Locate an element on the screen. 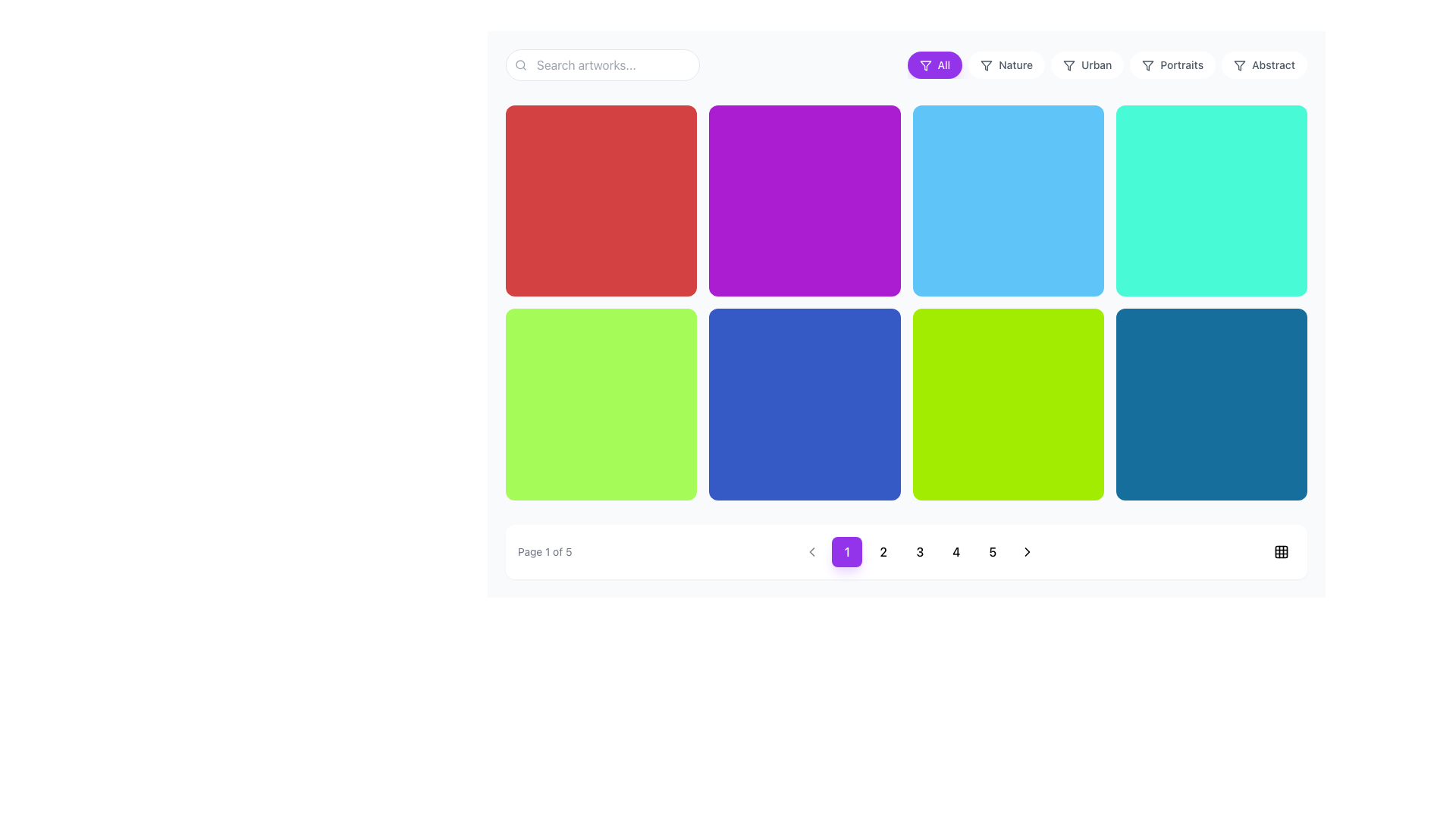 This screenshot has height=819, width=1456. the funnel-shaped icon in the header section is located at coordinates (924, 65).